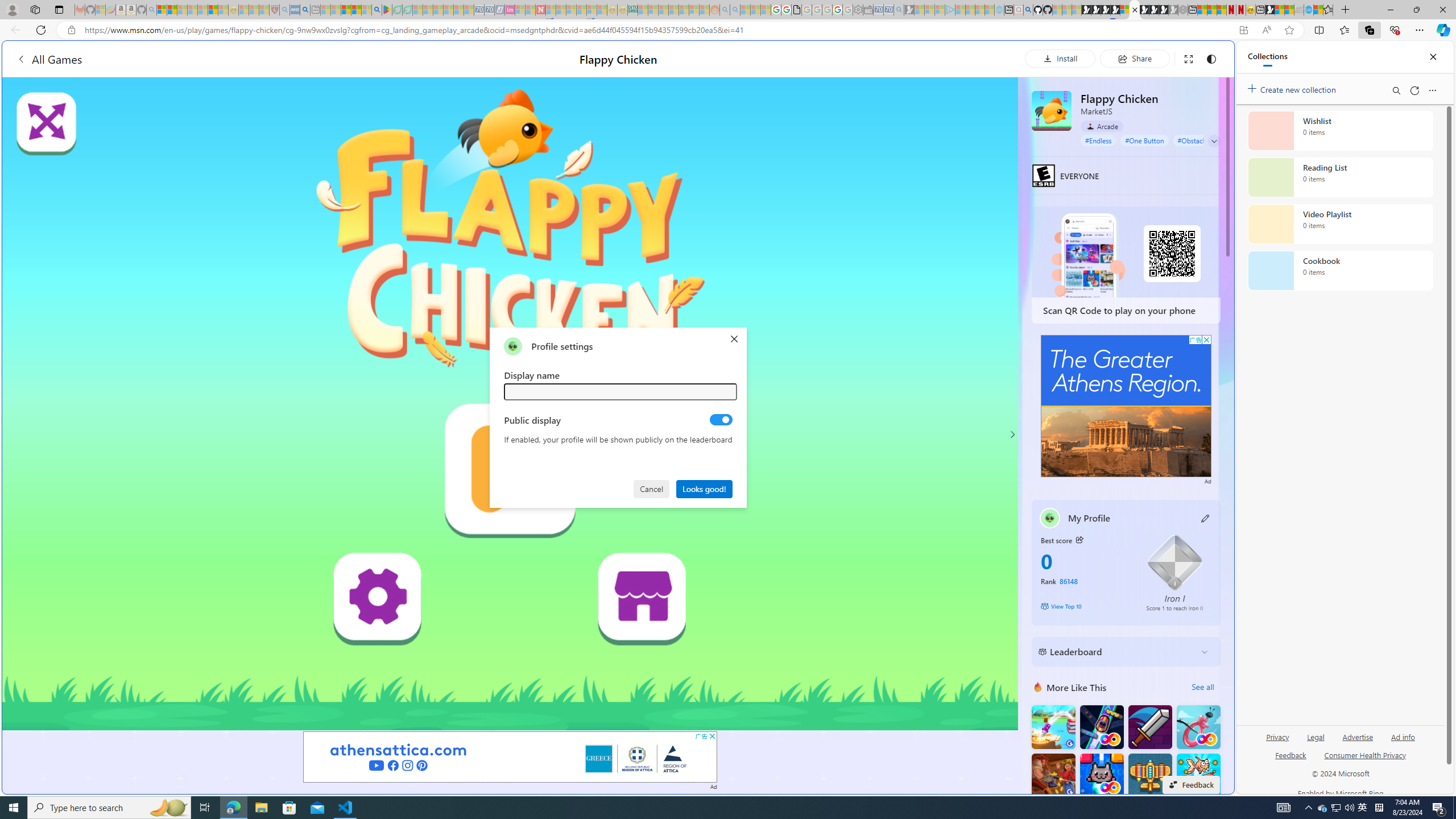  What do you see at coordinates (1149, 727) in the screenshot?
I see `'Dungeon Master Knight'` at bounding box center [1149, 727].